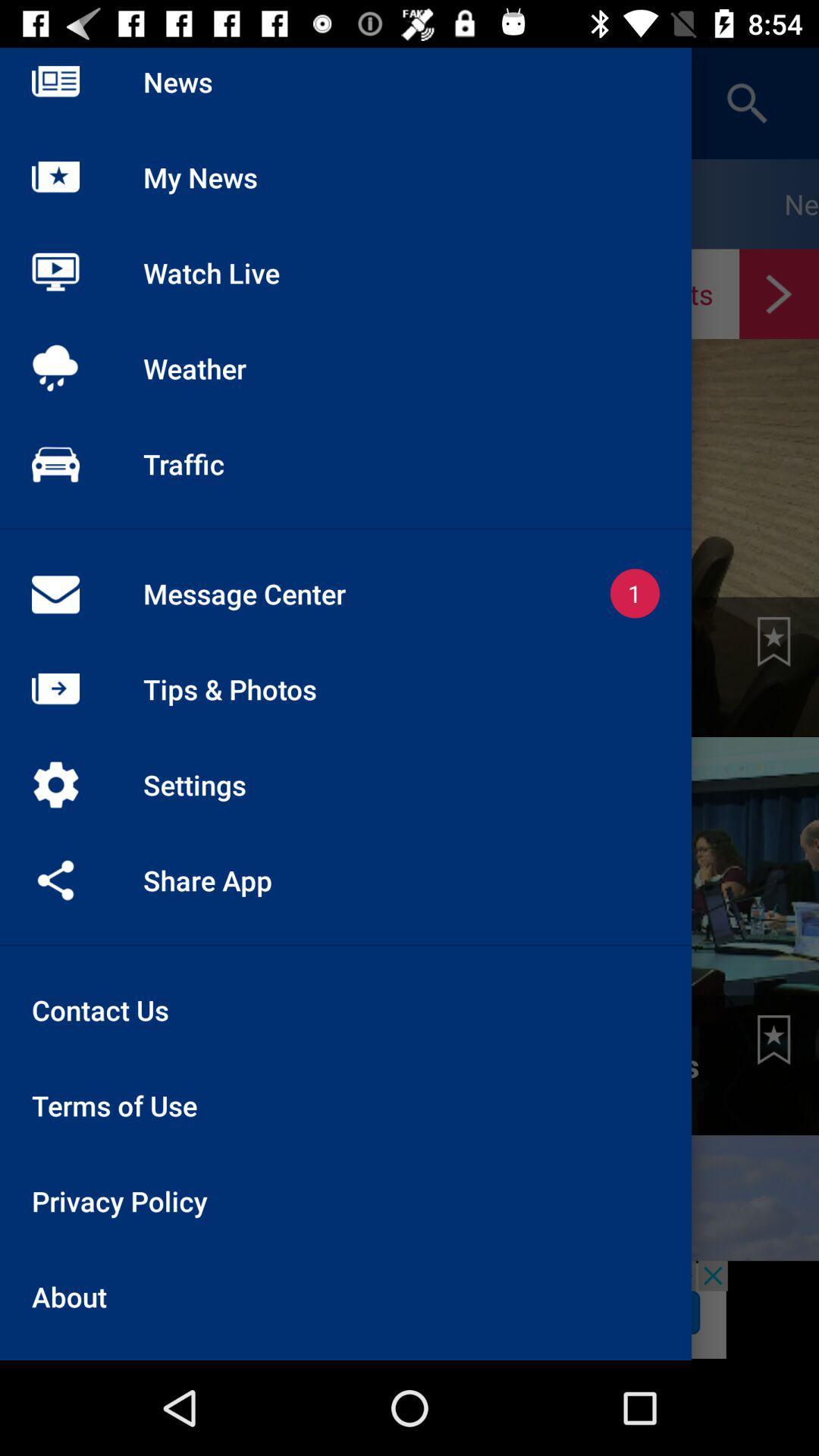 The width and height of the screenshot is (819, 1456). What do you see at coordinates (746, 102) in the screenshot?
I see `the search icon` at bounding box center [746, 102].